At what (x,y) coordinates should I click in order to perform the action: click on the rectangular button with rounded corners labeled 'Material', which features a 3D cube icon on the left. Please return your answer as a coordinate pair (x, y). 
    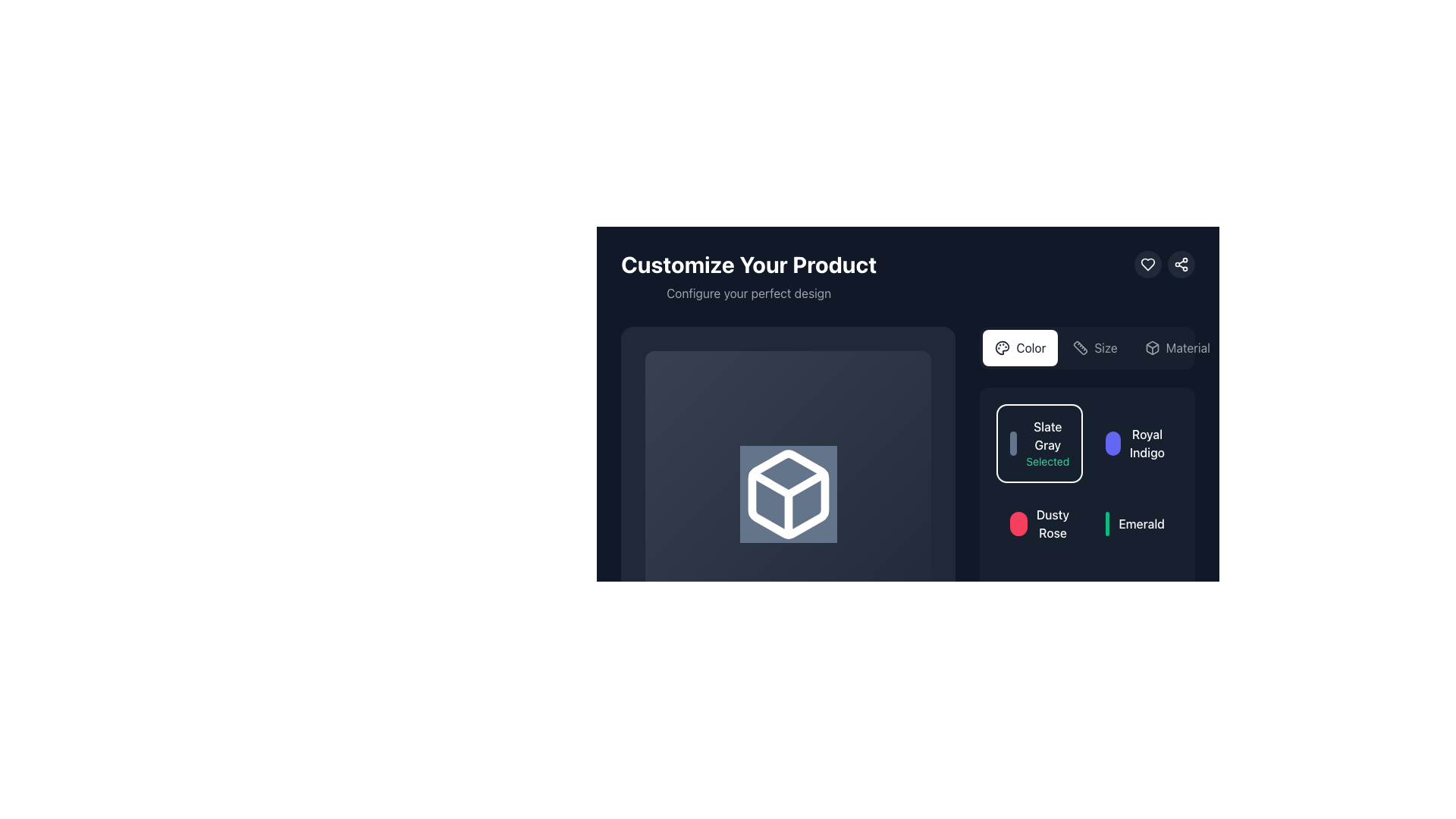
    Looking at the image, I should click on (1176, 348).